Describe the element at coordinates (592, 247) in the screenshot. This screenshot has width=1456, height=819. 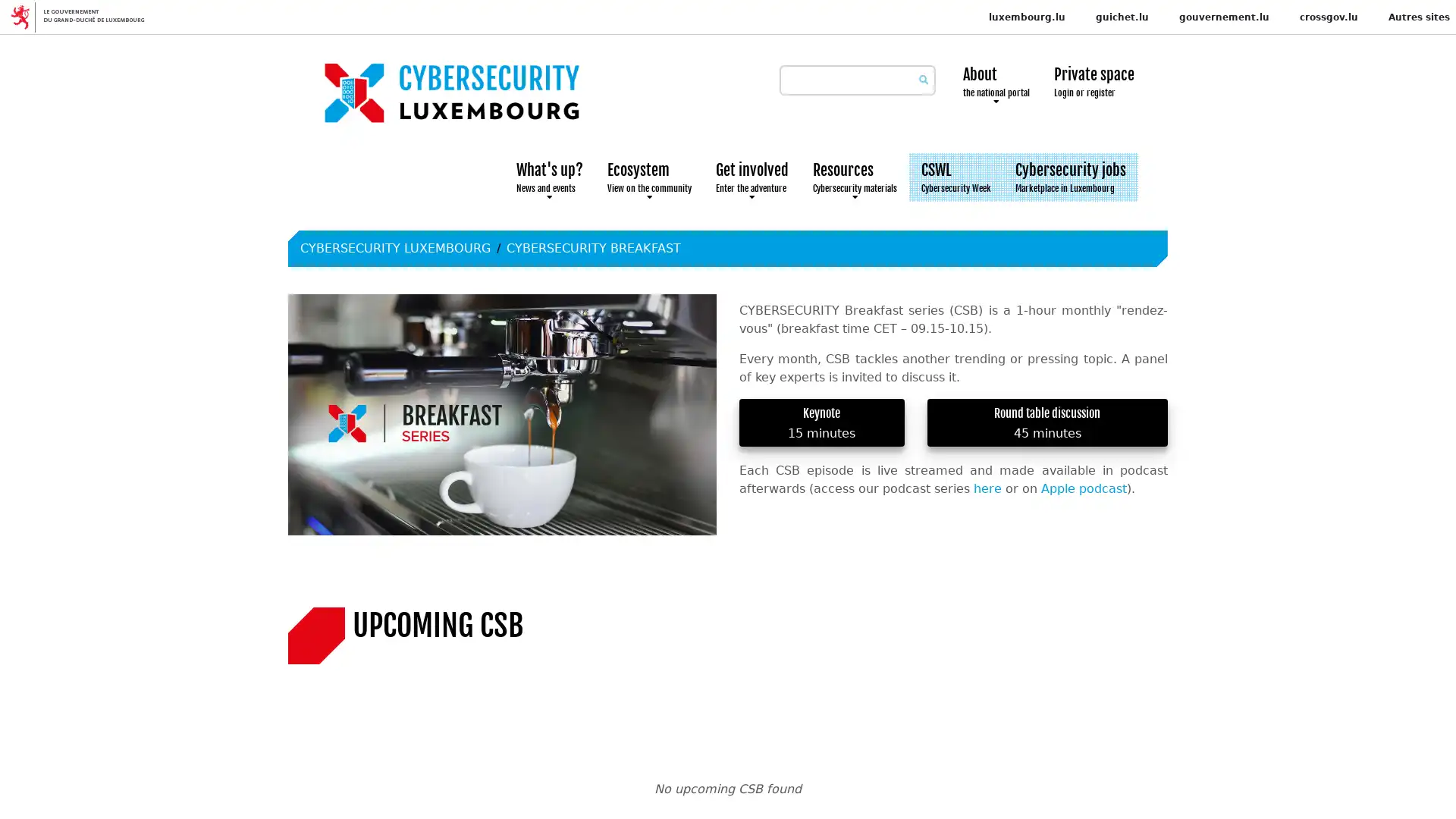
I see `CYBERSECURITY BREAKFAST` at that location.